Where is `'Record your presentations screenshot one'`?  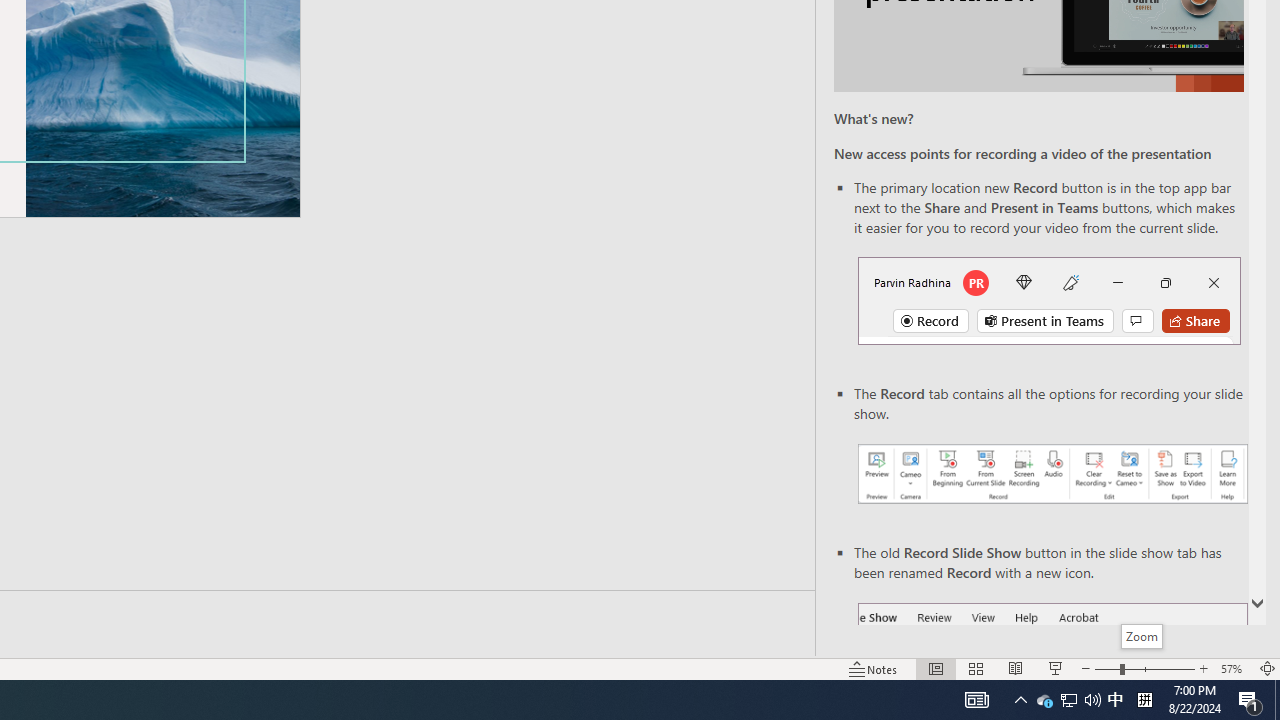
'Record your presentations screenshot one' is located at coordinates (1051, 474).